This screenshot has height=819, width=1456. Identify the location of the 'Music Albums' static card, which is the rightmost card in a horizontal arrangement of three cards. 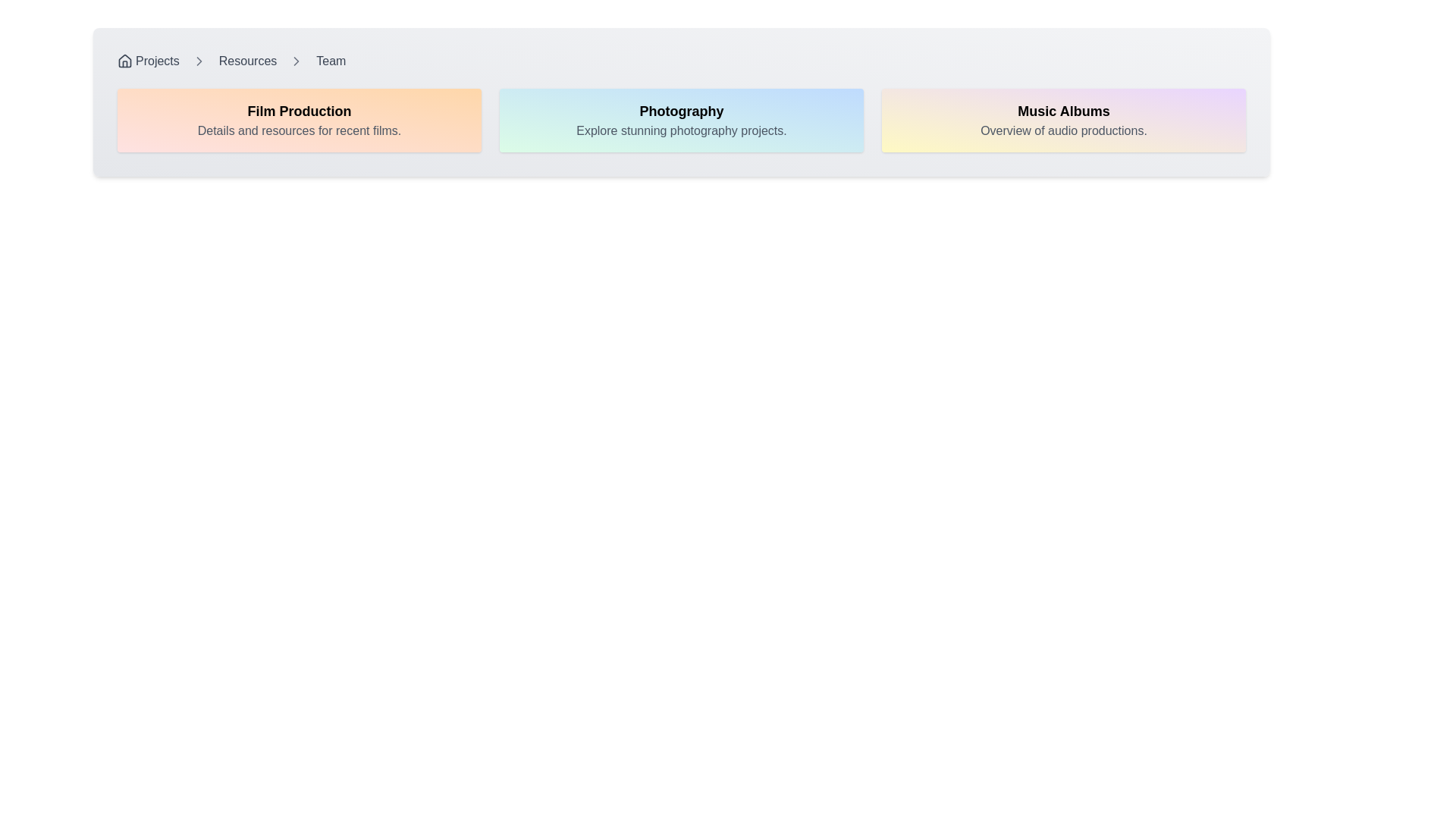
(1062, 119).